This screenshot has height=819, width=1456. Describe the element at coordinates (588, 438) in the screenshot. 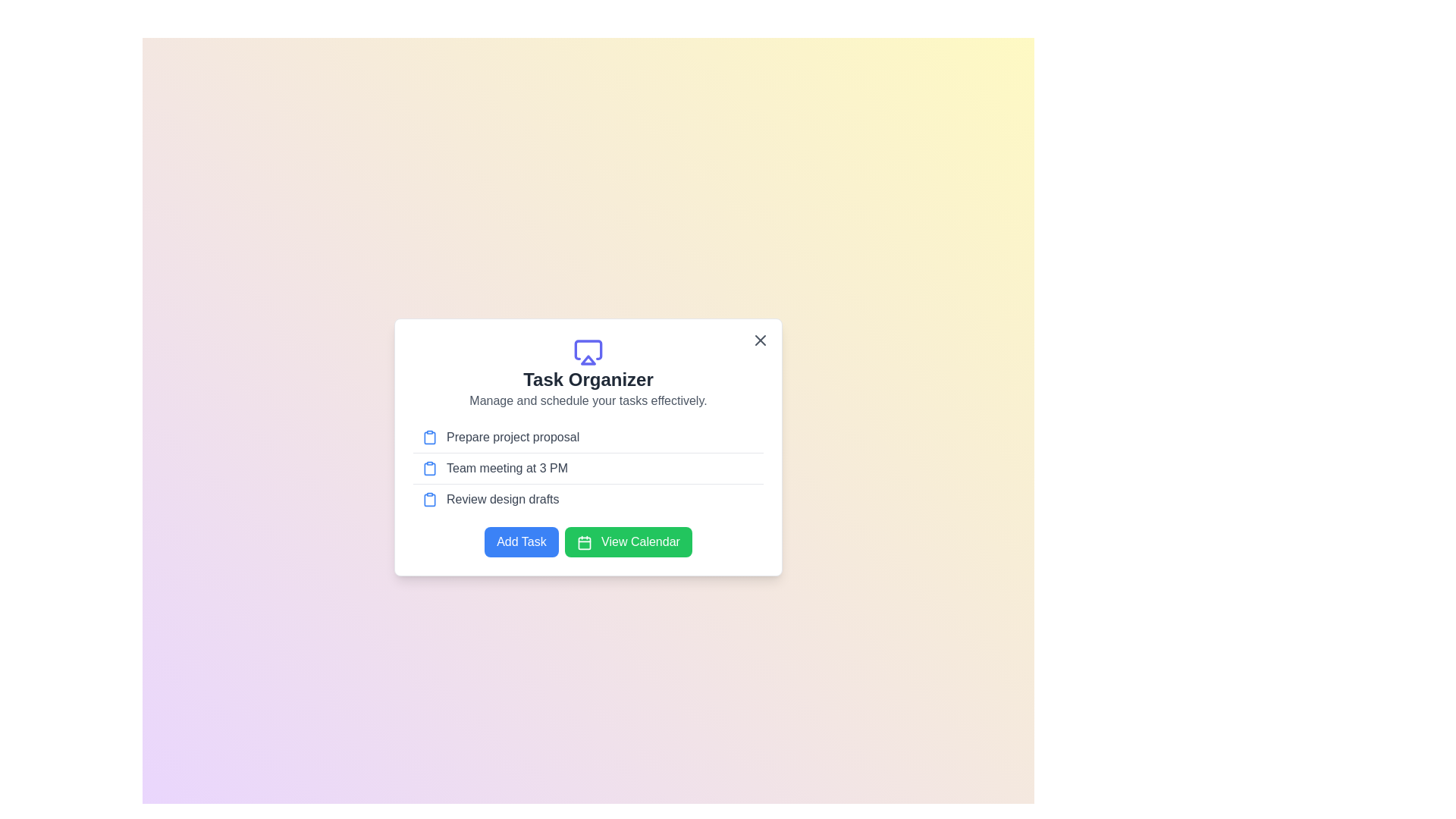

I see `the first task item in the task management interface` at that location.